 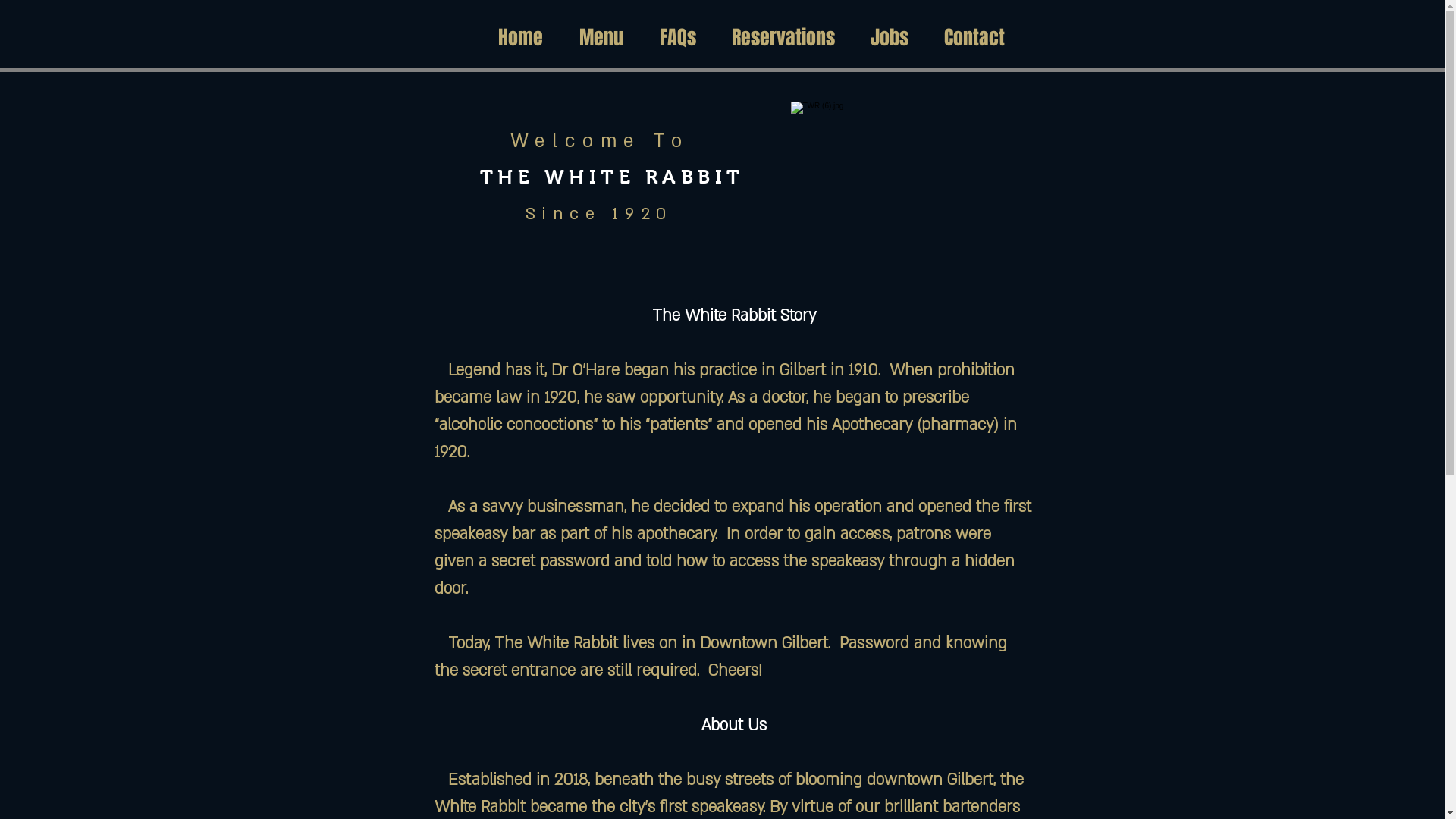 I want to click on 'Reservations', so click(x=783, y=37).